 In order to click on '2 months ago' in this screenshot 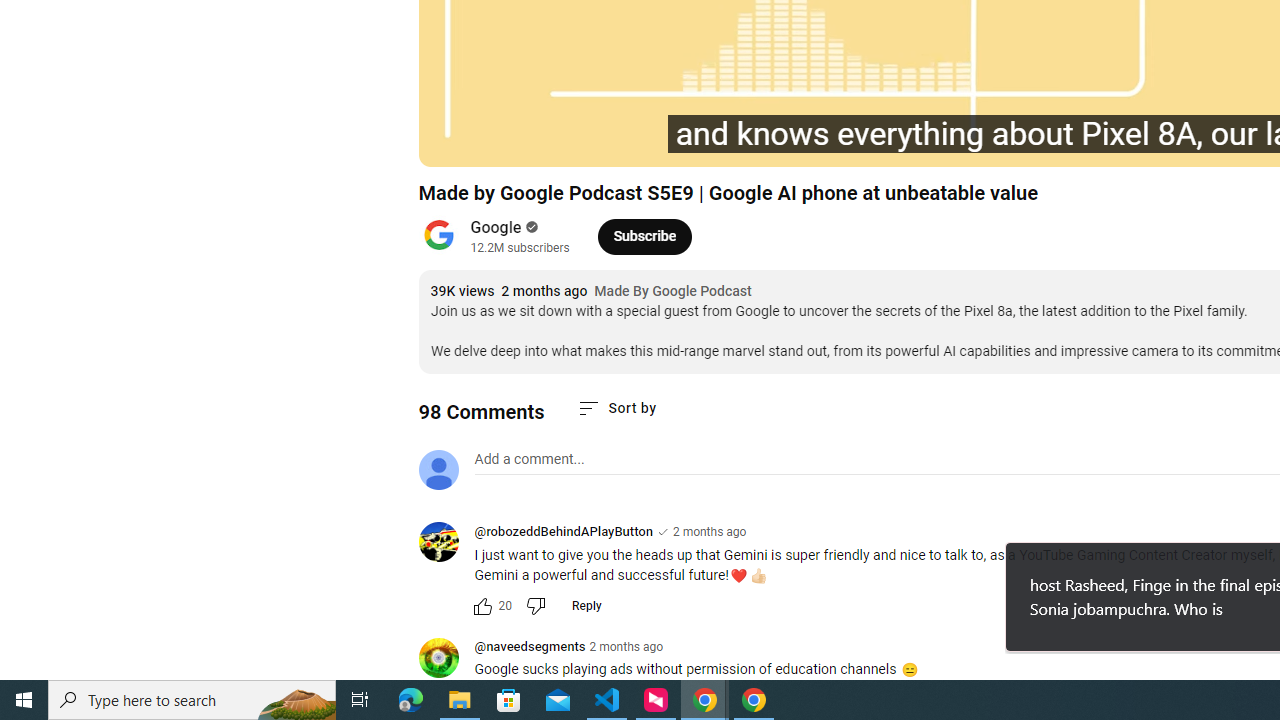, I will do `click(625, 646)`.